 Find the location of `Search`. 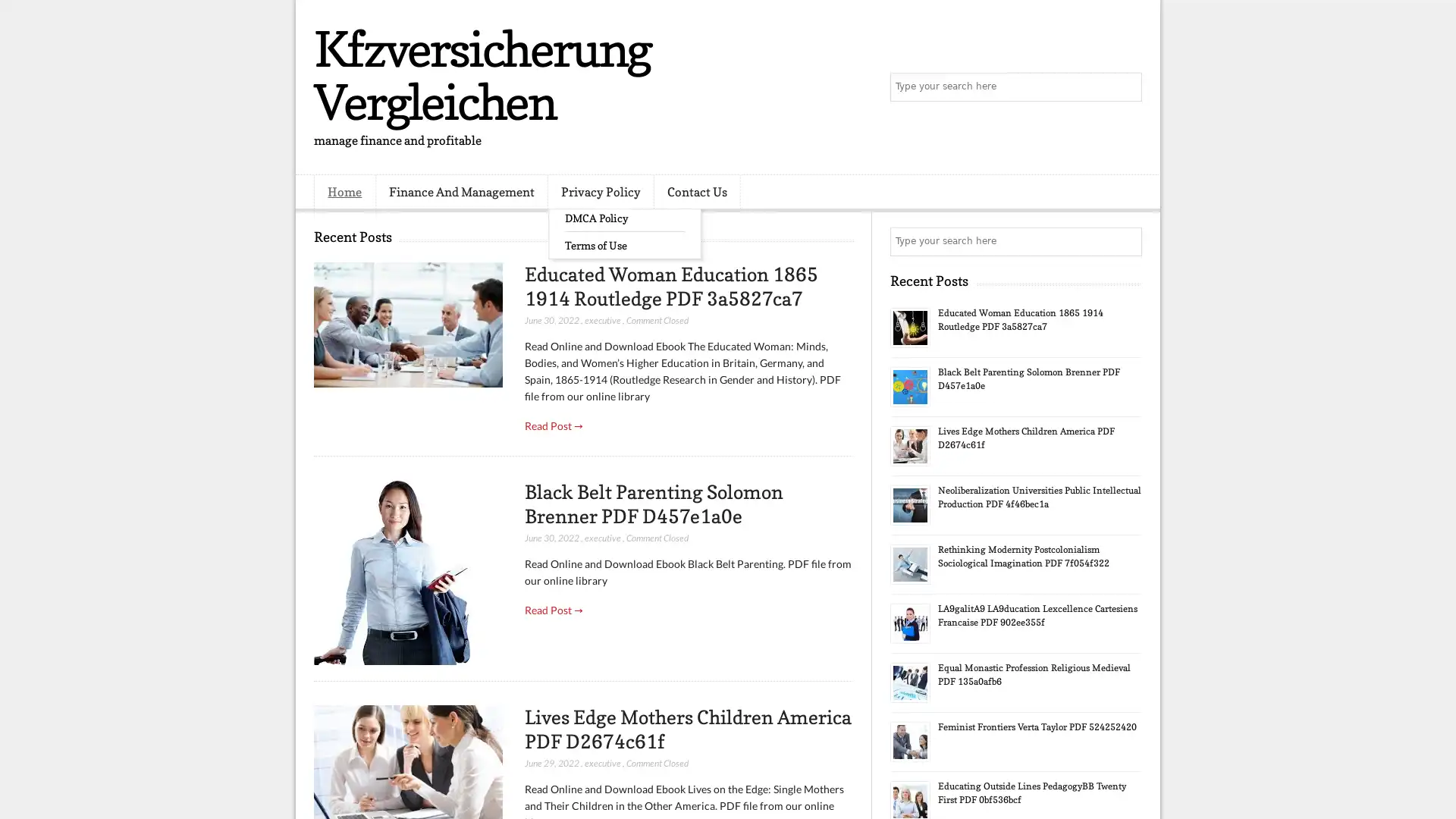

Search is located at coordinates (1126, 241).